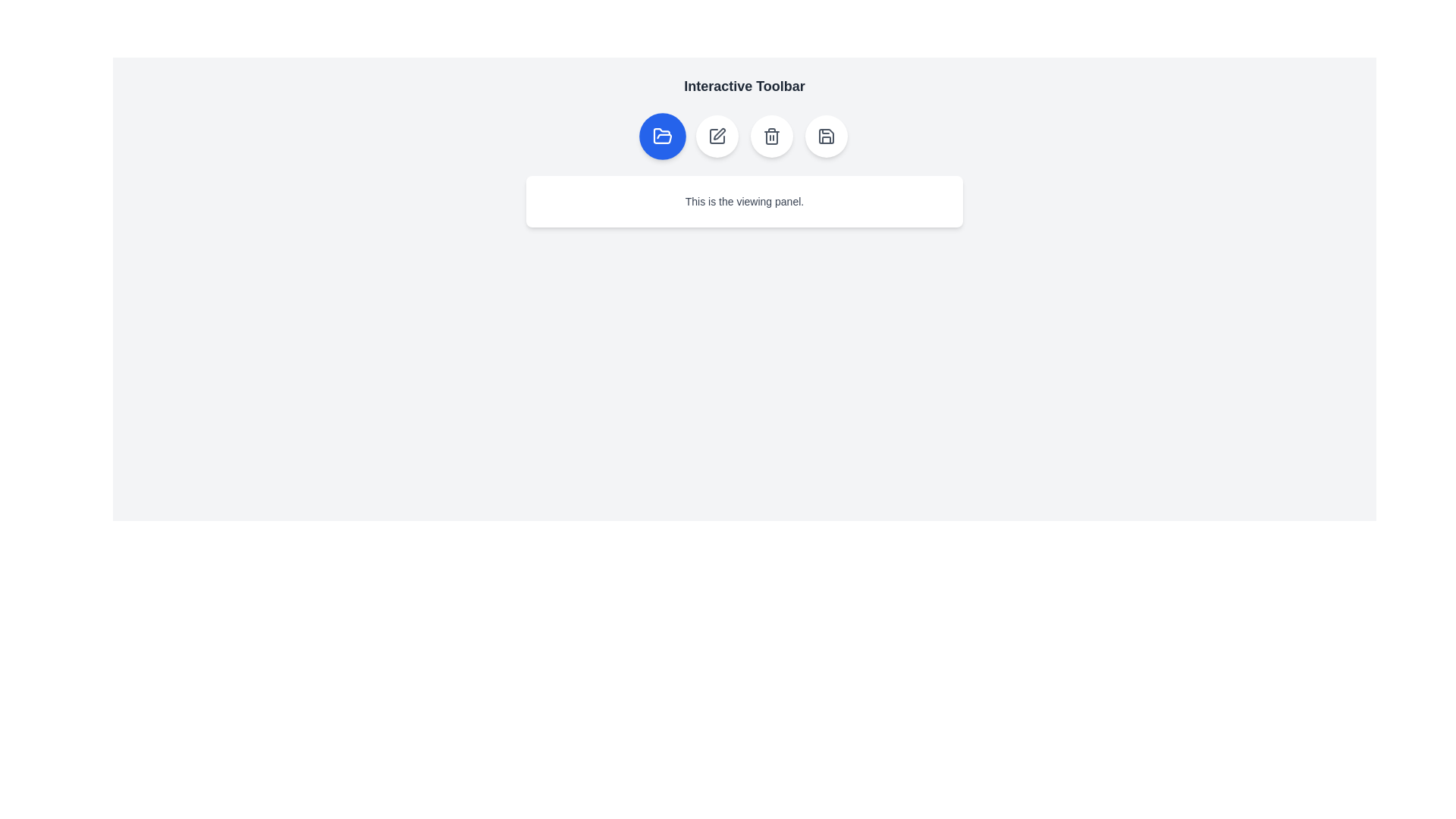  I want to click on the delete button located in the interactive toolbar, which is the third button positioned between the edit icon and the save icon, to observe any focus animation effect, so click(771, 136).